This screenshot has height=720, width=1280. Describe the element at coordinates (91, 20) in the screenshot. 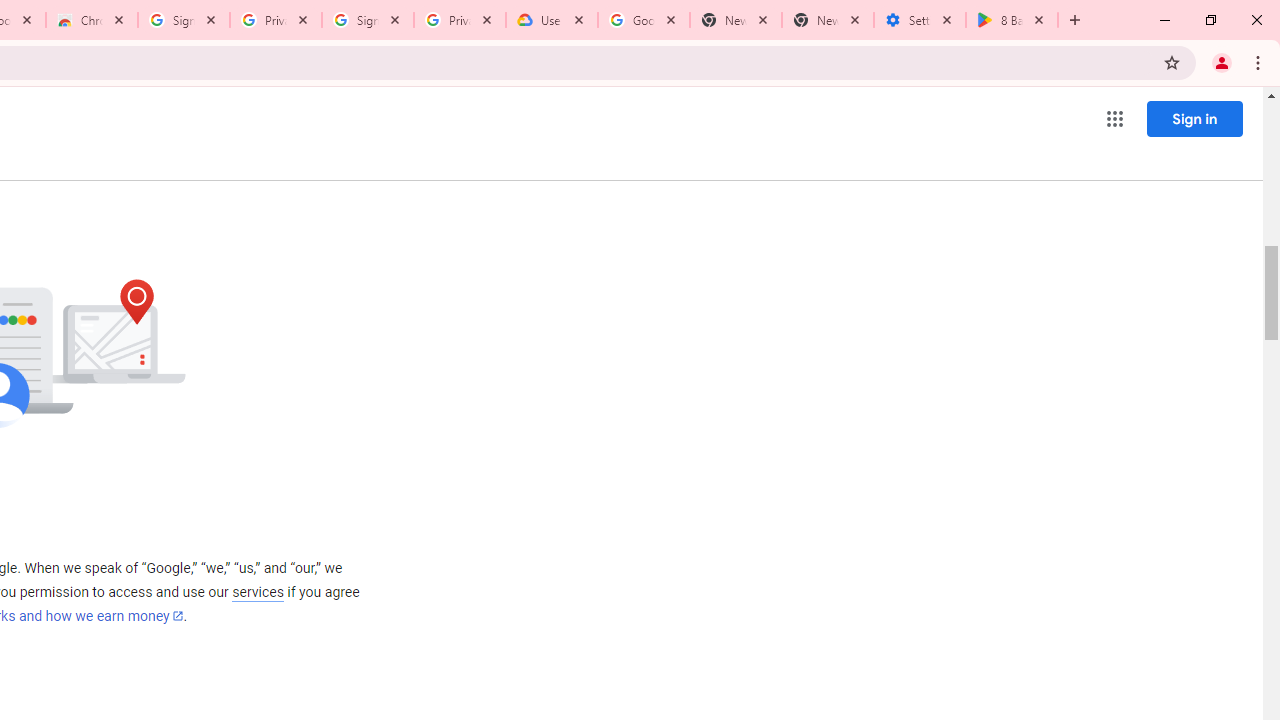

I see `'Chrome Web Store - Color themes by Chrome'` at that location.